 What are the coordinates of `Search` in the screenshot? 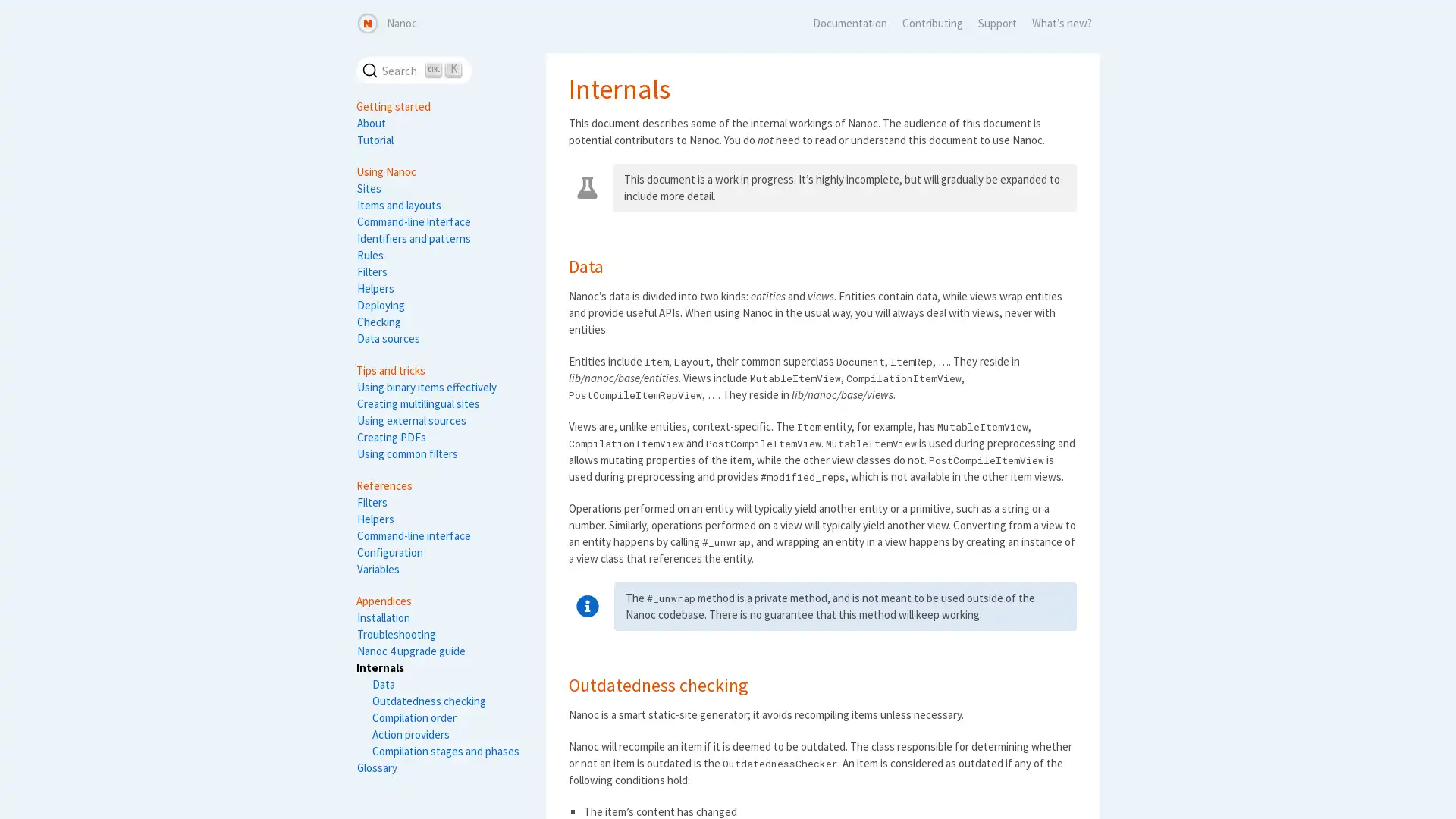 It's located at (414, 70).